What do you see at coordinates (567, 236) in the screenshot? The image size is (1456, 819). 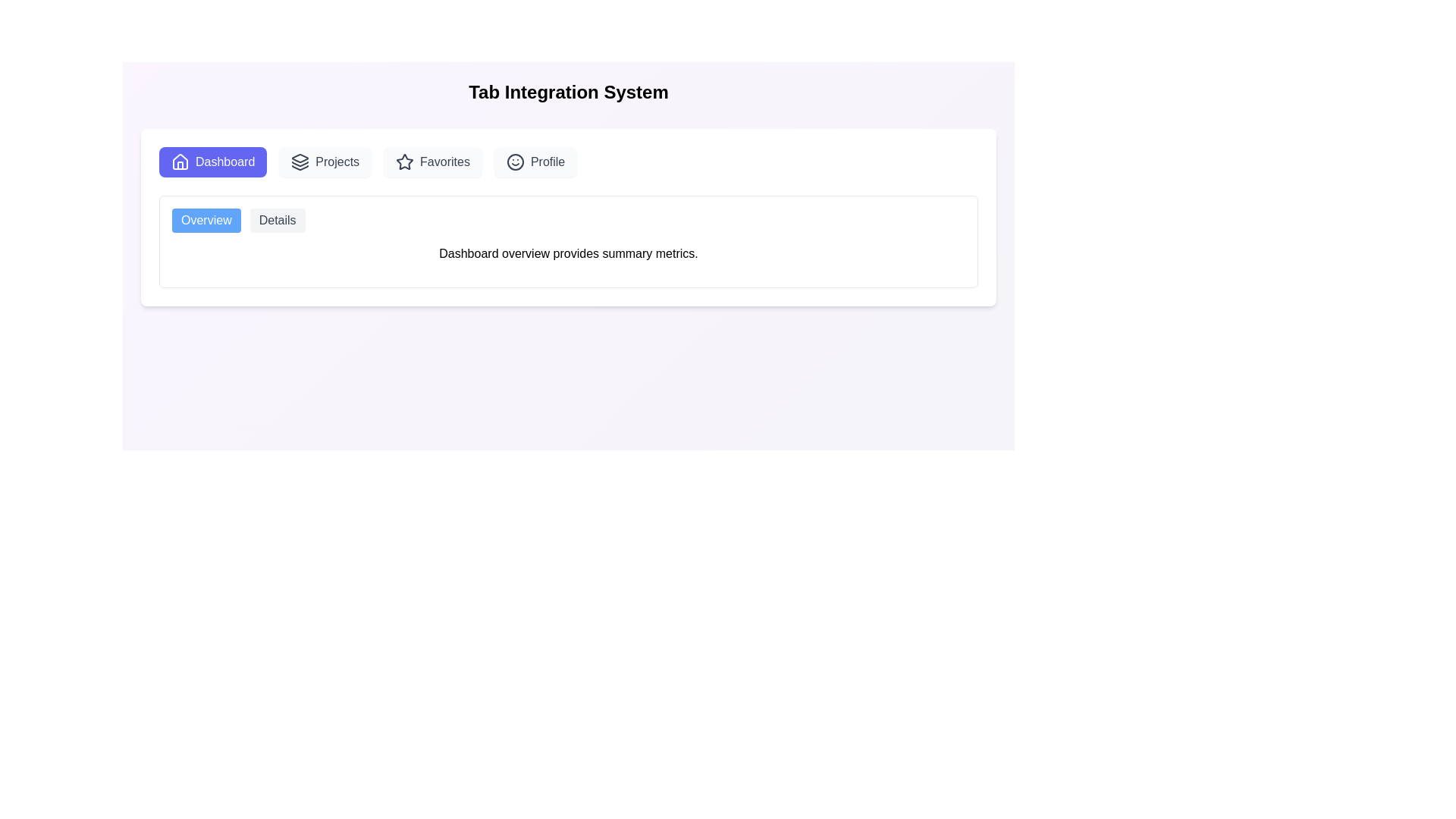 I see `the textual information element located beneath the 'Overview' and 'Details' buttons, which provides a summary of the dashboard's metrics` at bounding box center [567, 236].